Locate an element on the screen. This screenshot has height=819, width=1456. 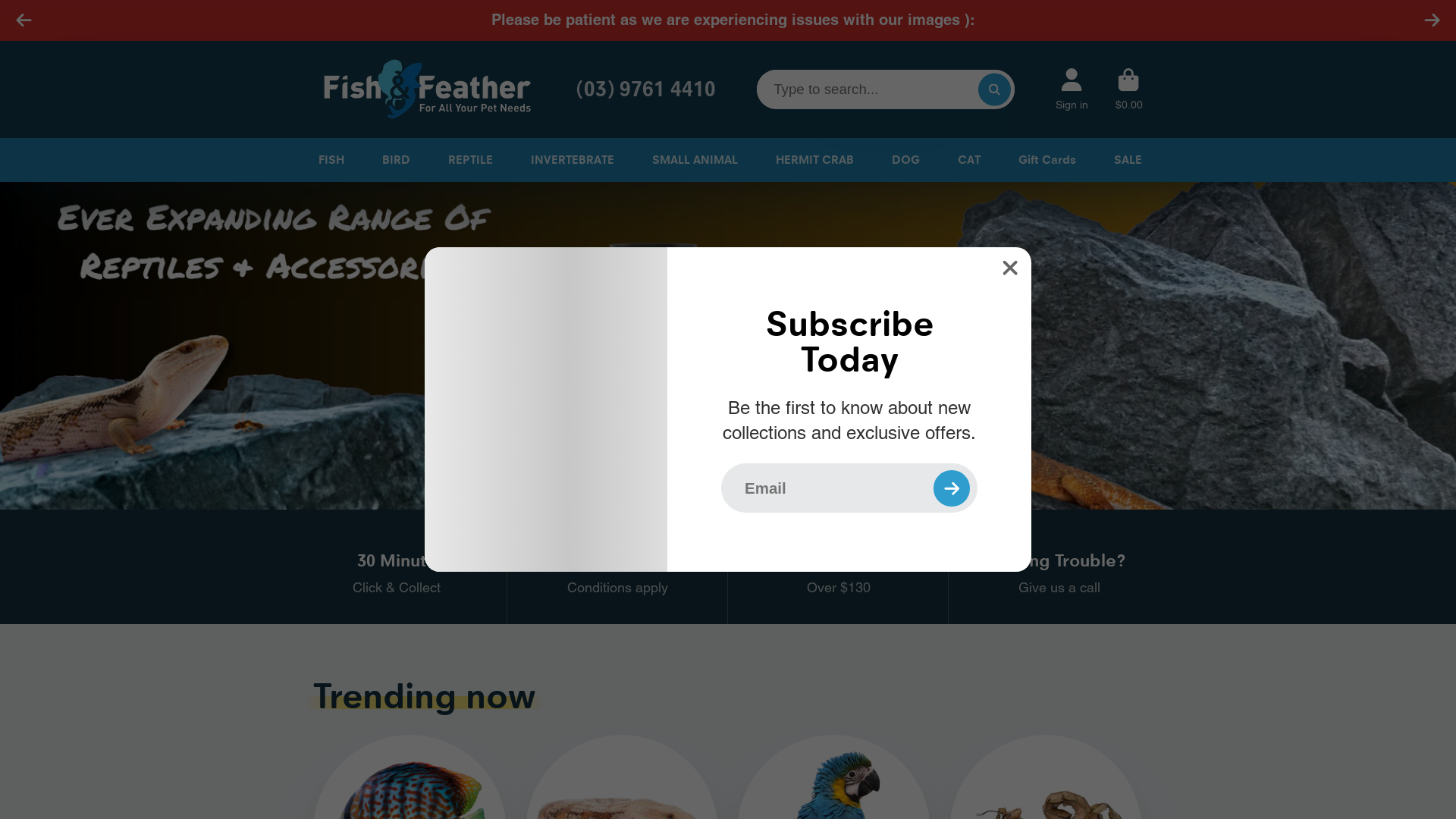
'FISH' is located at coordinates (327, 160).